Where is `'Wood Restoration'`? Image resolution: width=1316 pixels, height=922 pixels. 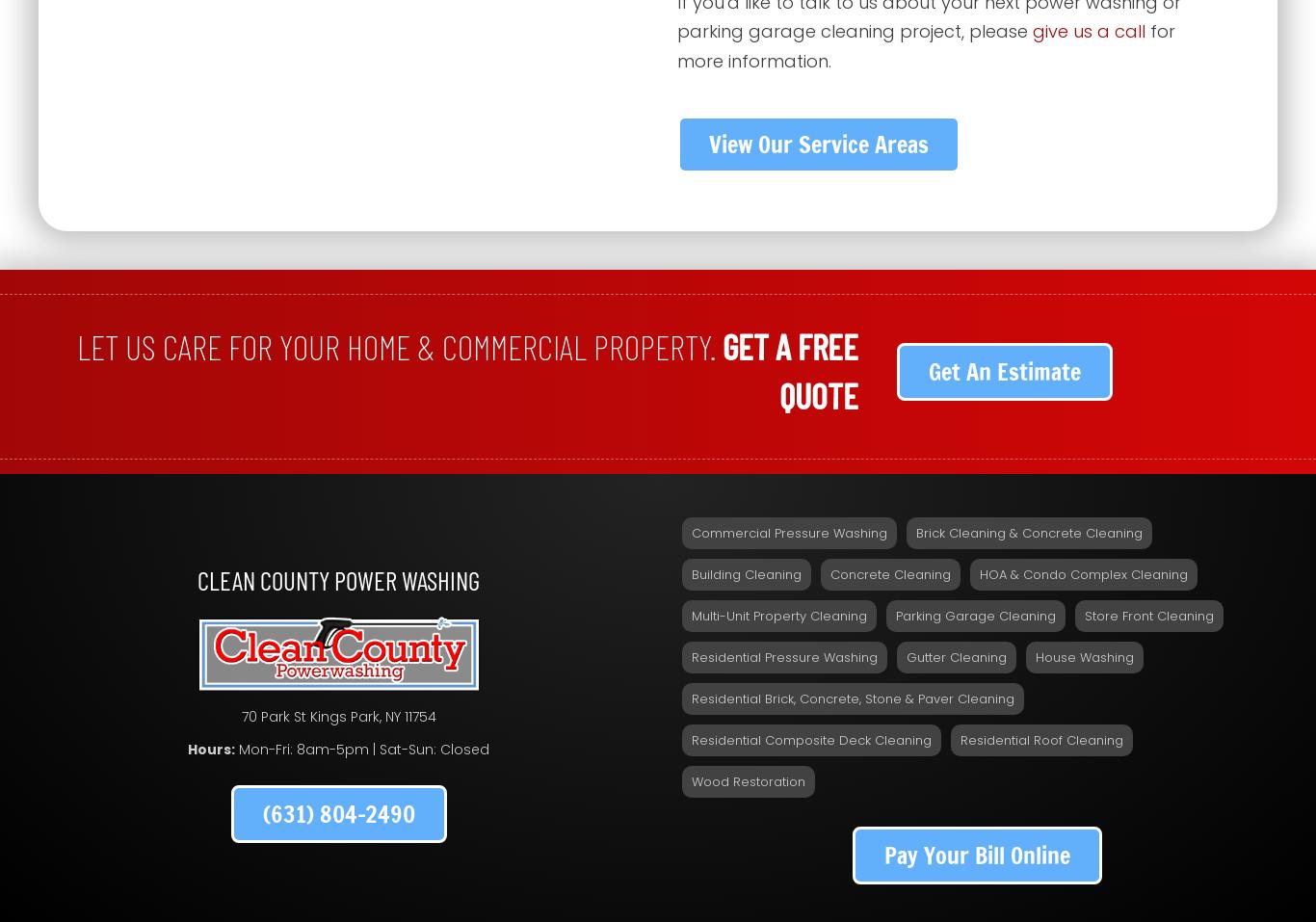
'Wood Restoration' is located at coordinates (748, 779).